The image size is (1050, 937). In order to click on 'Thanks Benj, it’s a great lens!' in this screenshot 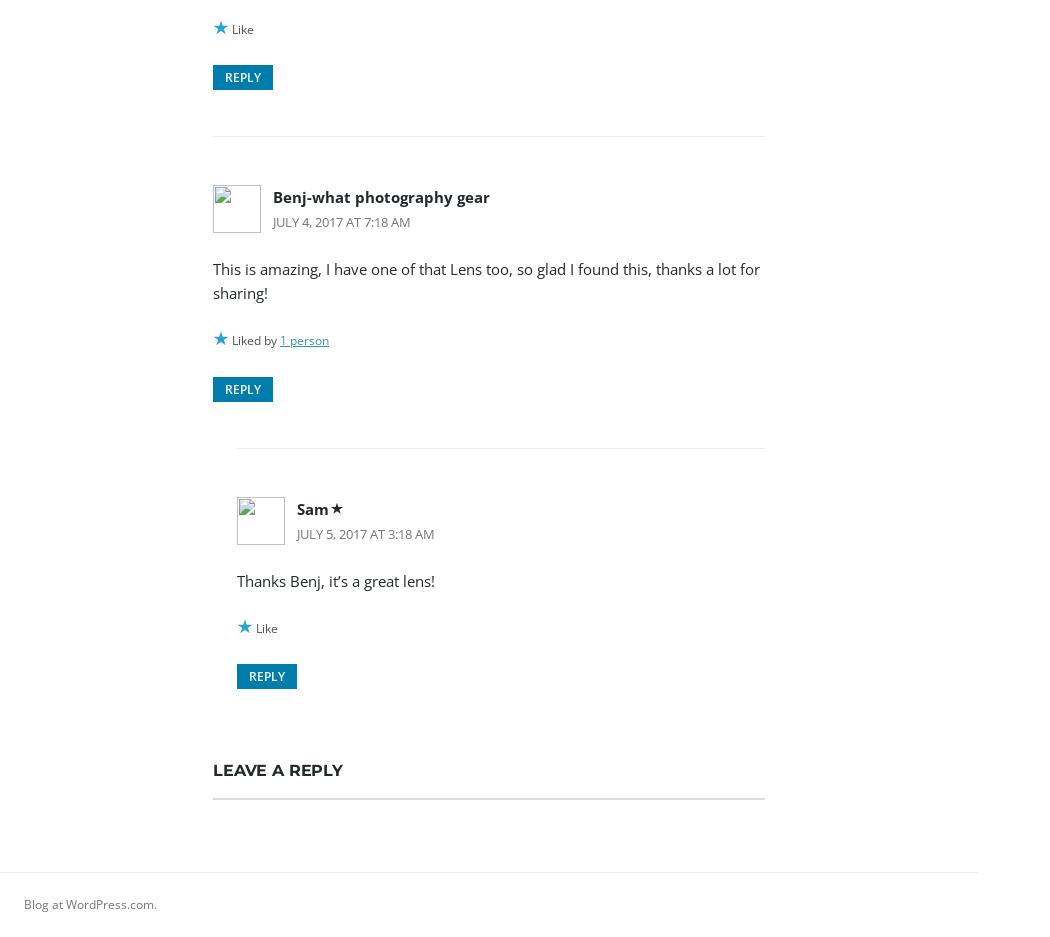, I will do `click(336, 579)`.